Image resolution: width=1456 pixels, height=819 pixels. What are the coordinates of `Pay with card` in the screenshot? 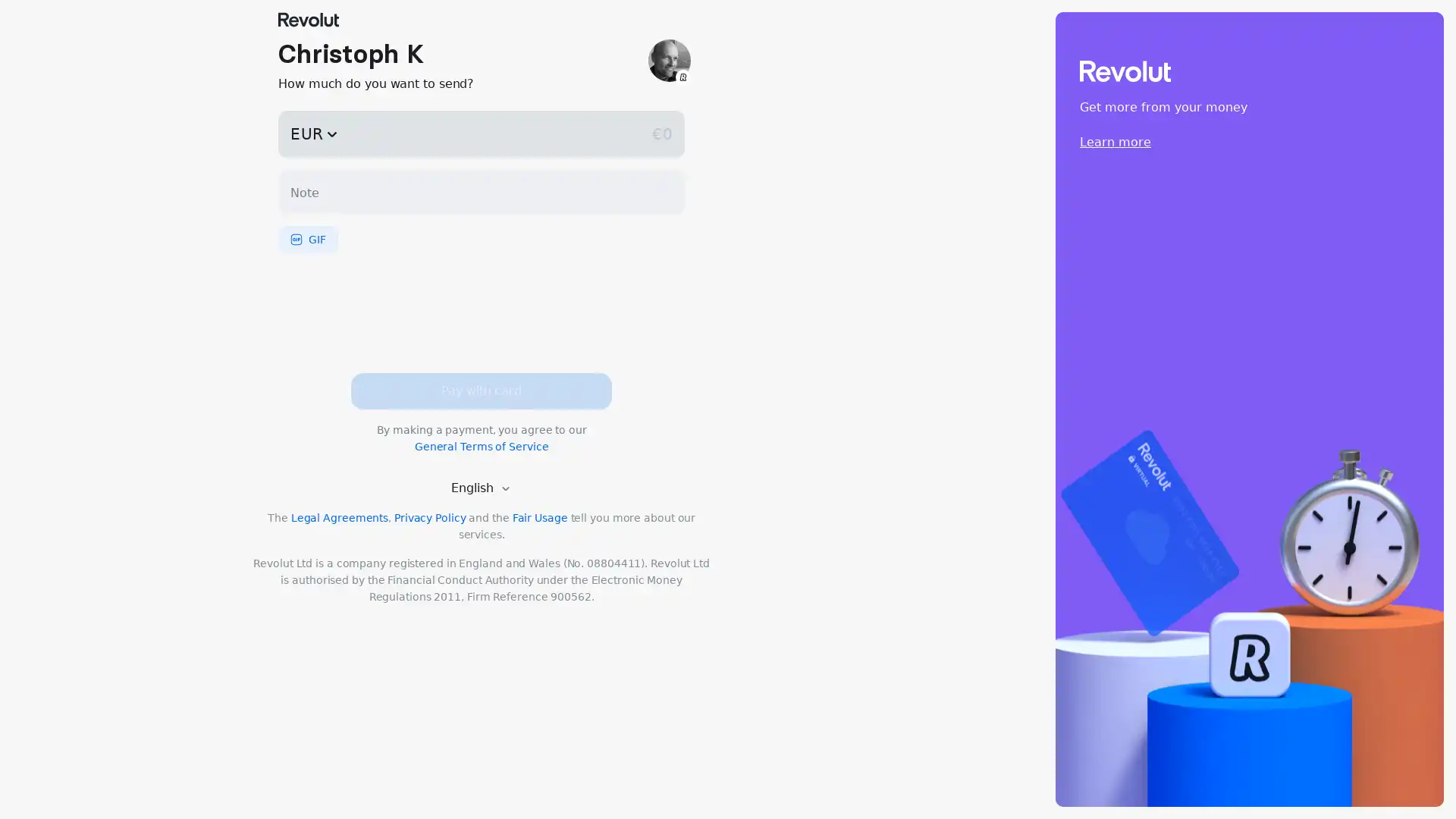 It's located at (480, 391).